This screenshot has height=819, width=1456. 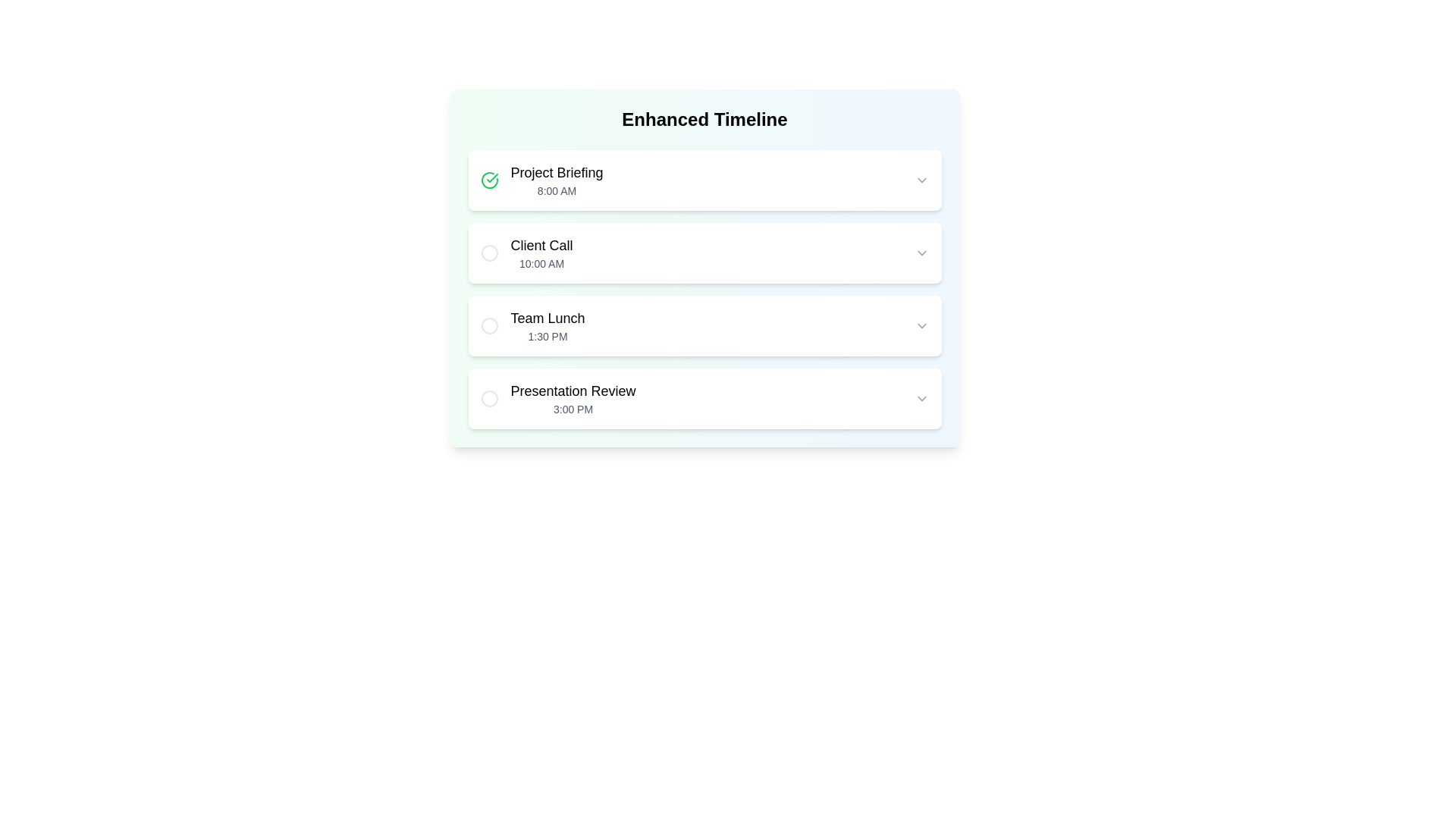 What do you see at coordinates (573, 409) in the screenshot?
I see `the Text Label that provides timing details of the event listed in the timetable, located below the 'Presentation Review' text` at bounding box center [573, 409].